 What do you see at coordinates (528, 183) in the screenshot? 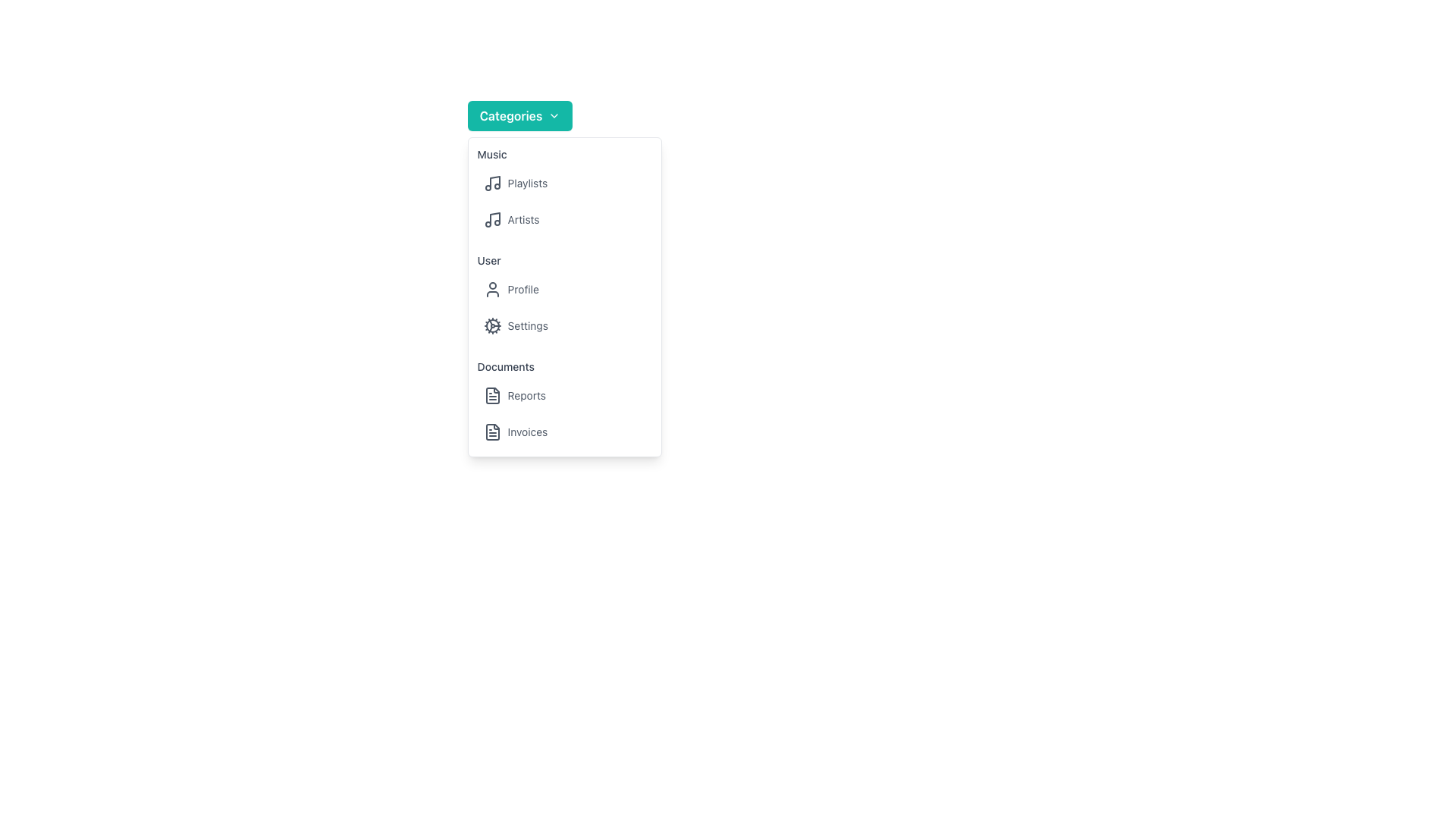
I see `the first navigation label under the 'Music' category in the dropdown menu` at bounding box center [528, 183].